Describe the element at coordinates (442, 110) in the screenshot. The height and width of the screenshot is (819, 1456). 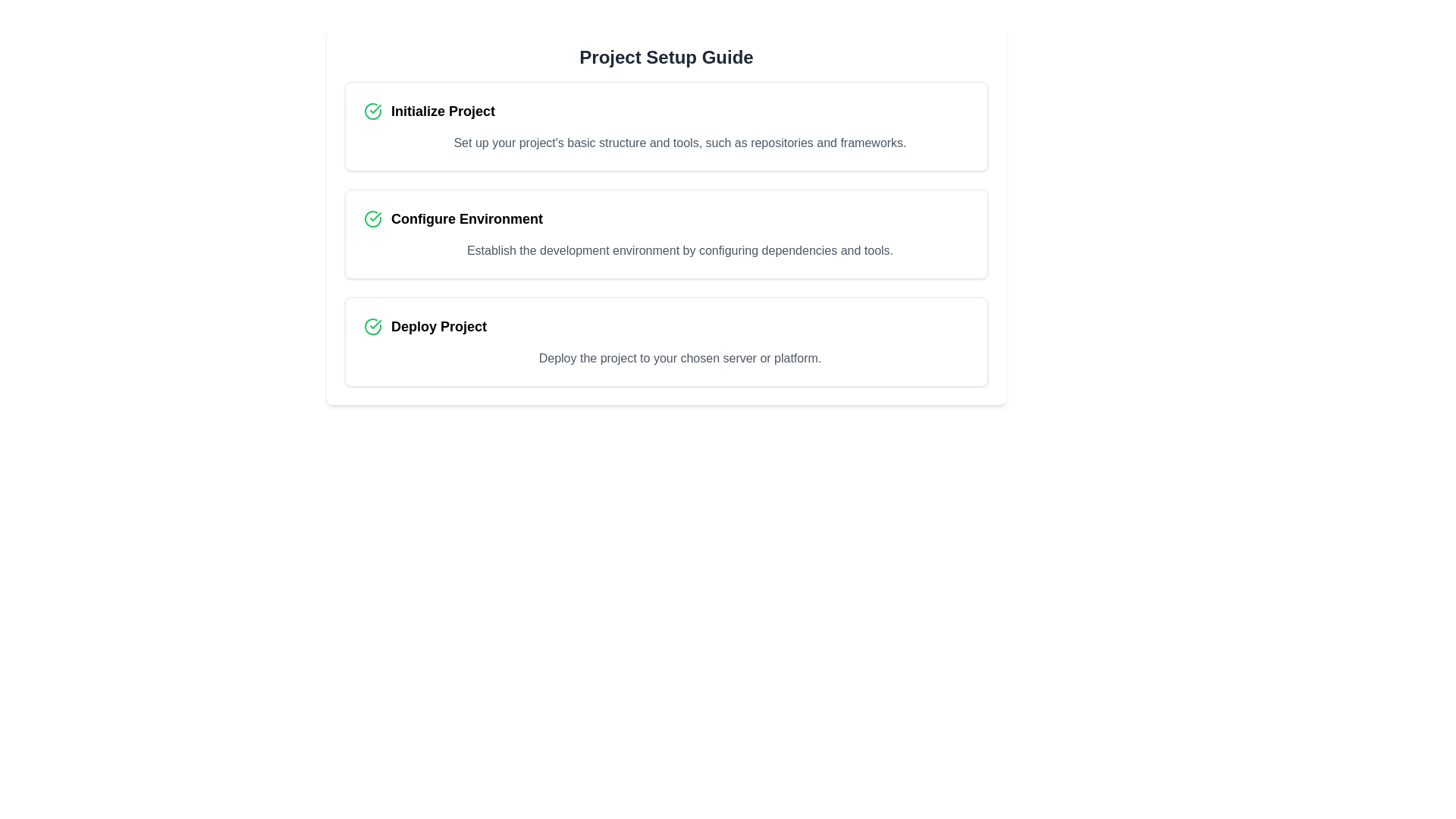
I see `the bold text label that reads 'Initialize Project', which is positioned to the right of a green checkmark icon at the top of a vertical list of project setup steps` at that location.